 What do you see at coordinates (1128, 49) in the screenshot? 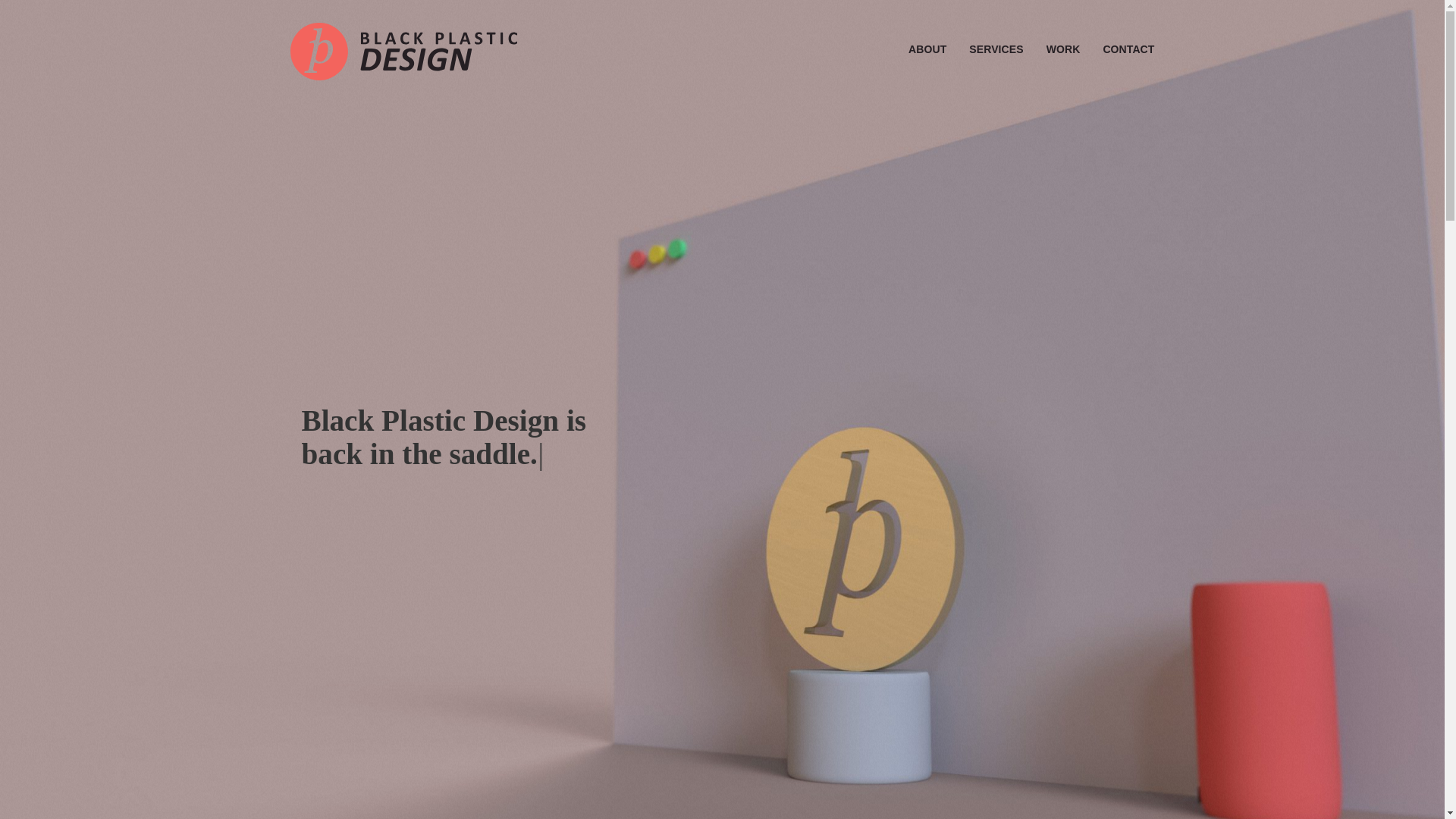
I see `'CONTACT'` at bounding box center [1128, 49].